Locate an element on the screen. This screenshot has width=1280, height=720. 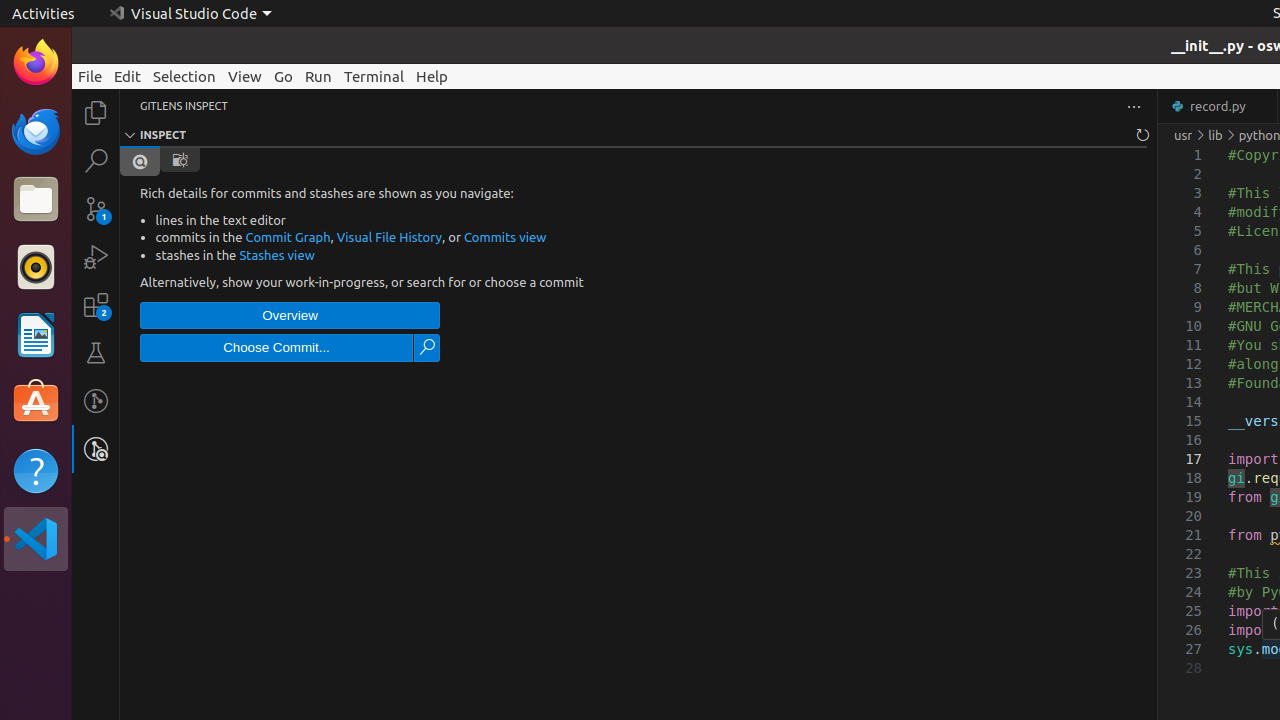
'Go' is located at coordinates (282, 75).